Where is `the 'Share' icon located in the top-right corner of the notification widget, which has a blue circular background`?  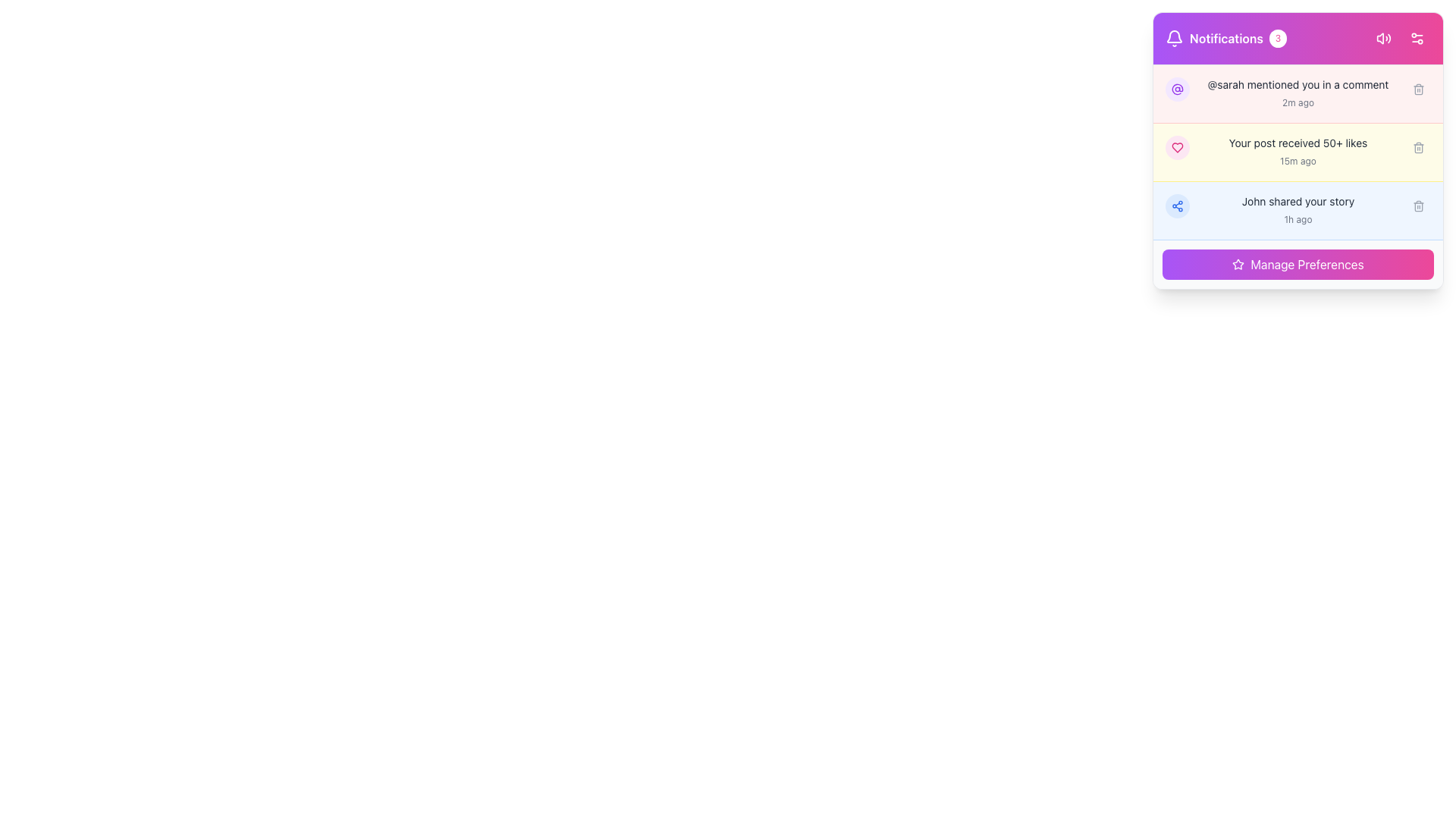 the 'Share' icon located in the top-right corner of the notification widget, which has a blue circular background is located at coordinates (1177, 206).